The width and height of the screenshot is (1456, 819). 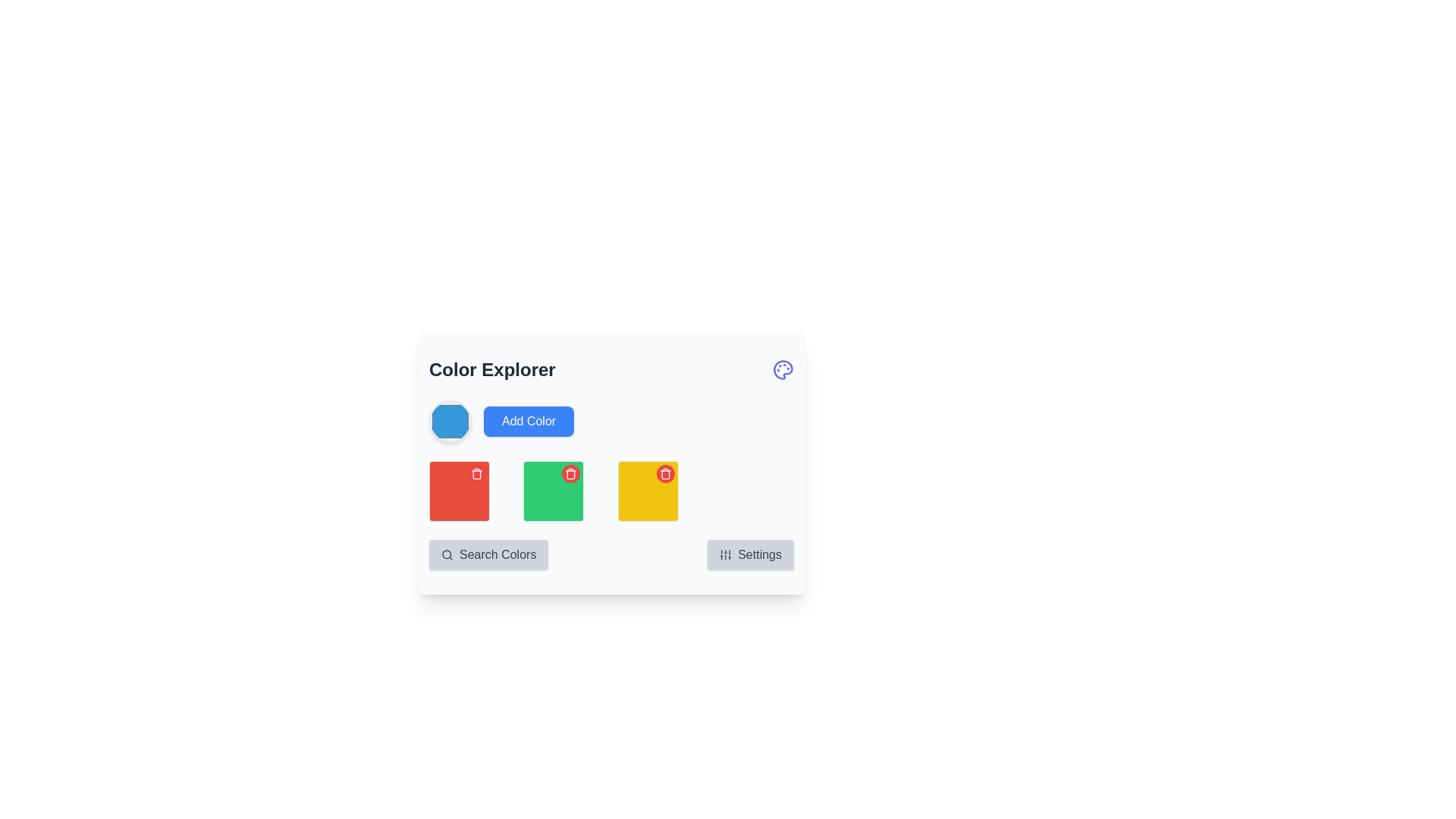 What do you see at coordinates (783, 370) in the screenshot?
I see `the illustrative icon representing the color palette located at the top-right corner of the 'Color Explorer' section, adjacent to the title 'Color Explorer'` at bounding box center [783, 370].